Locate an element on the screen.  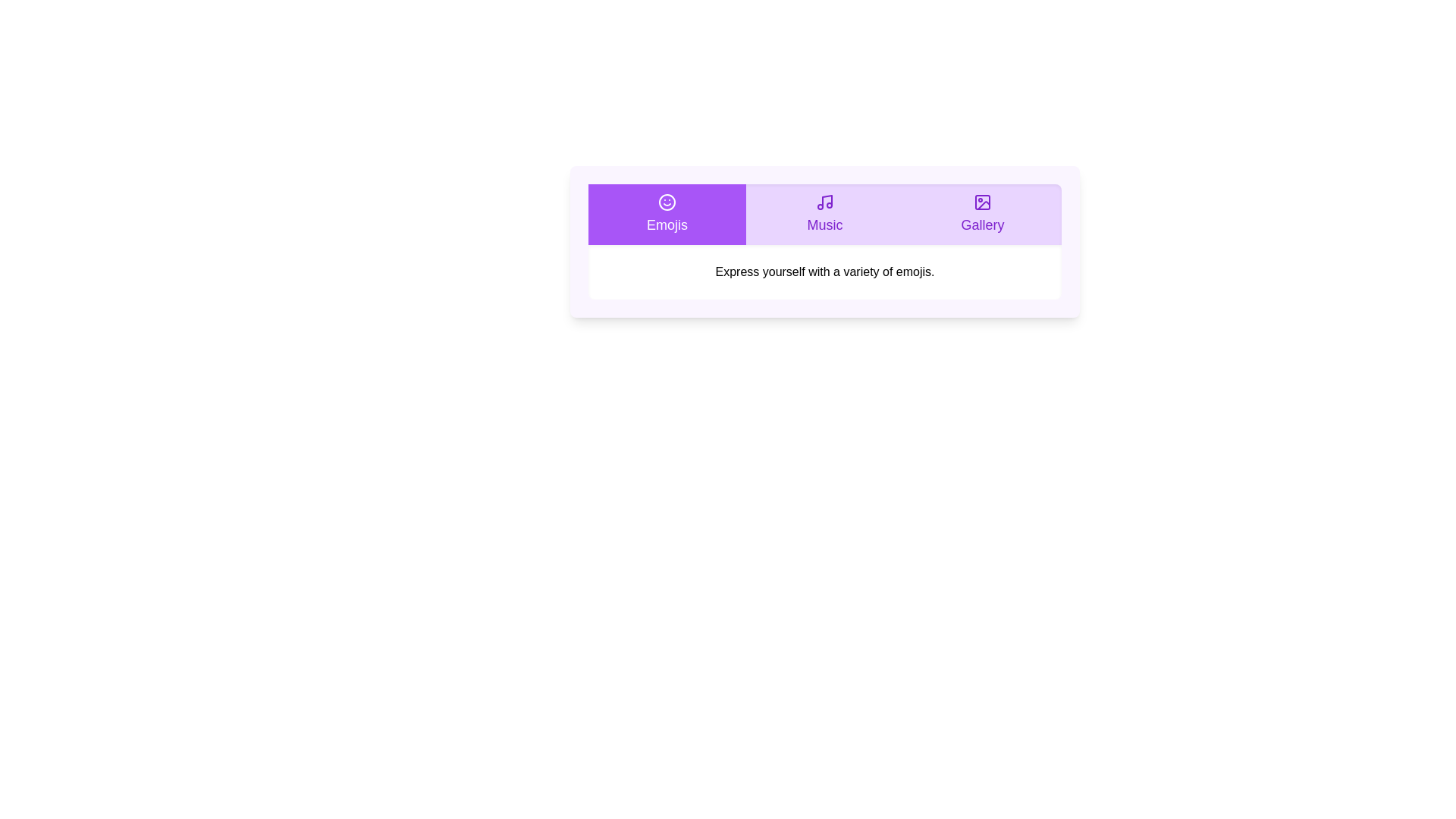
the tab labeled 'Music' to switch its content is located at coordinates (824, 214).